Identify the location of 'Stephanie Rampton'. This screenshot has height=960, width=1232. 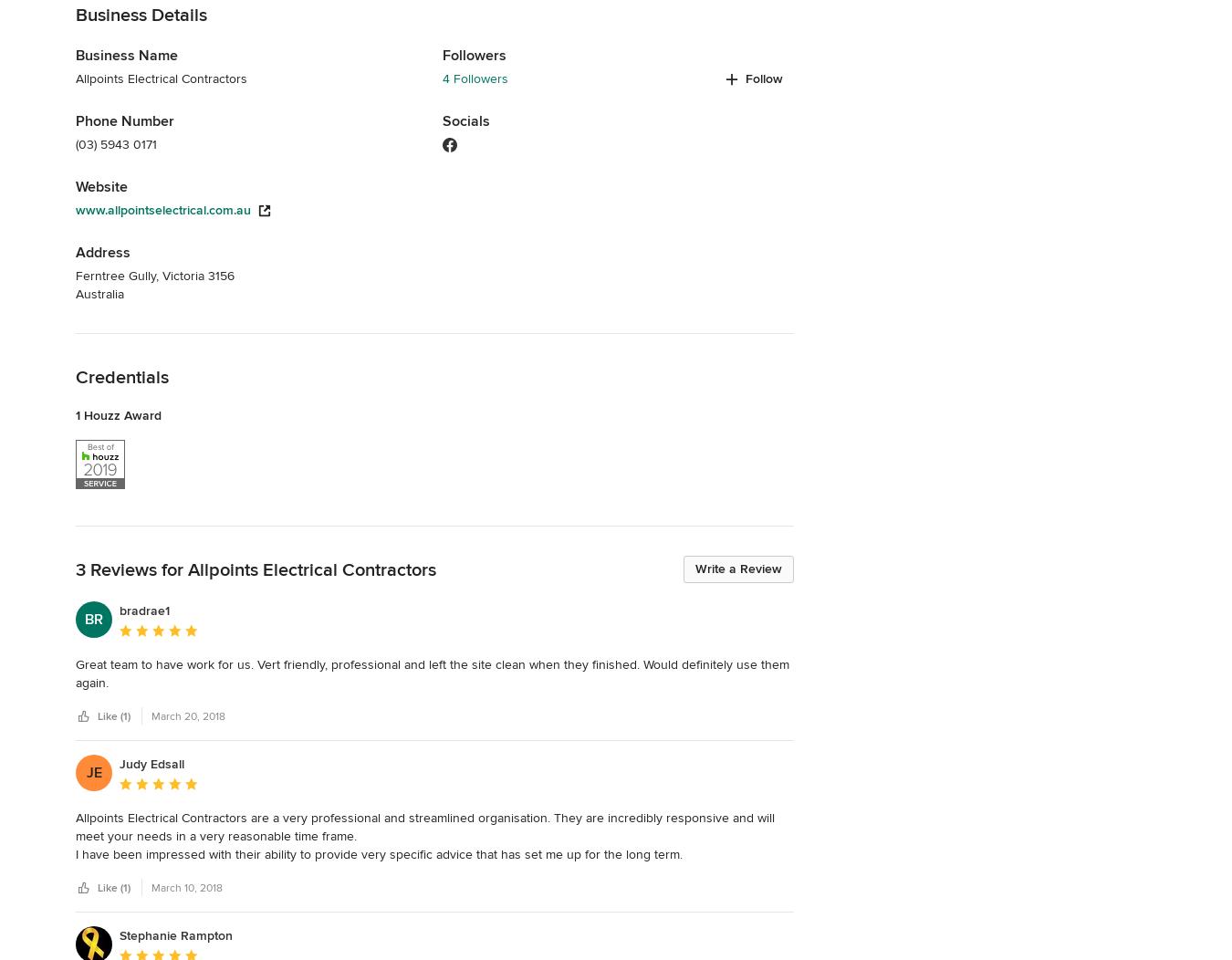
(176, 934).